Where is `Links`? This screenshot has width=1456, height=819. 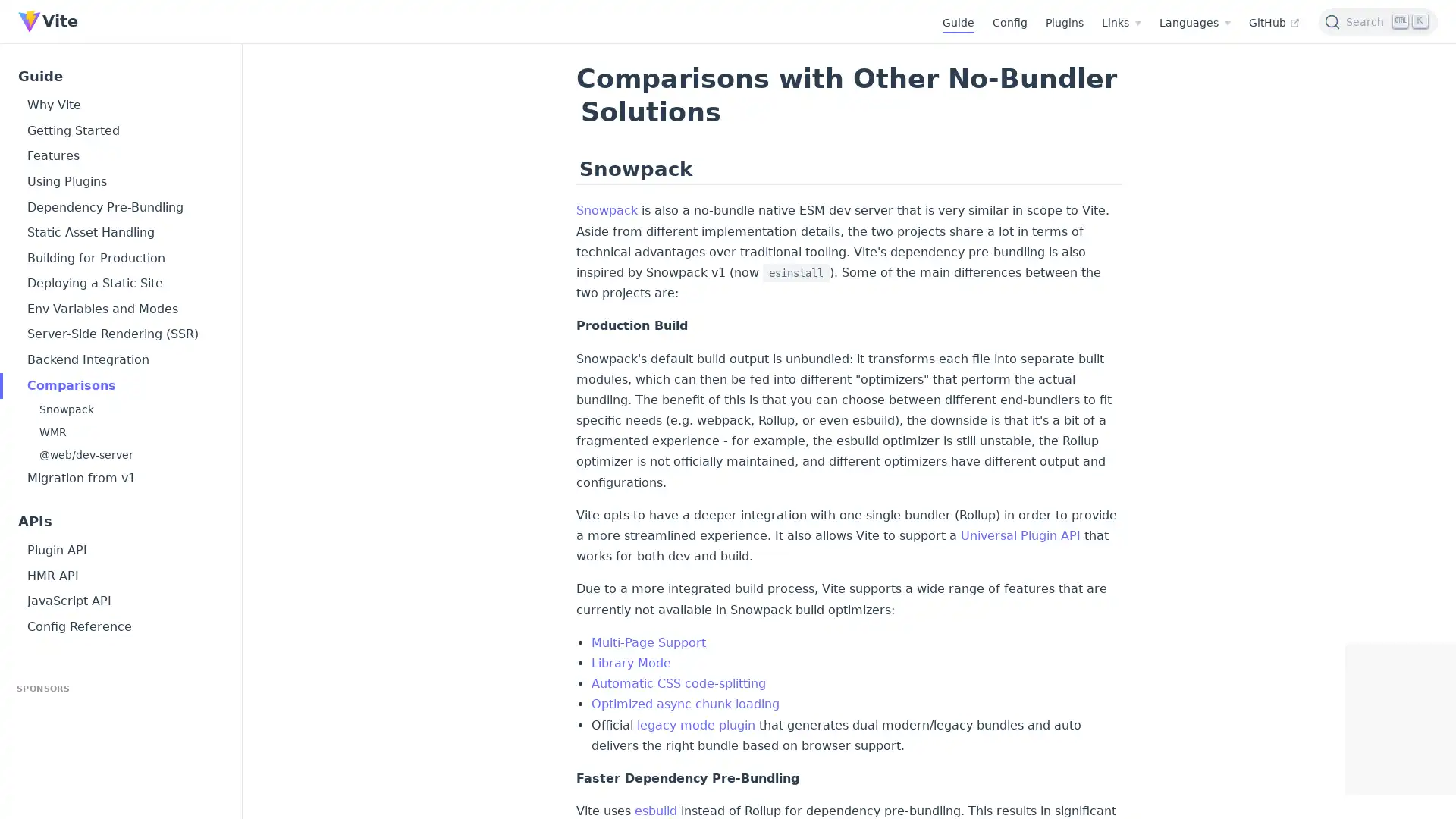 Links is located at coordinates (1121, 23).